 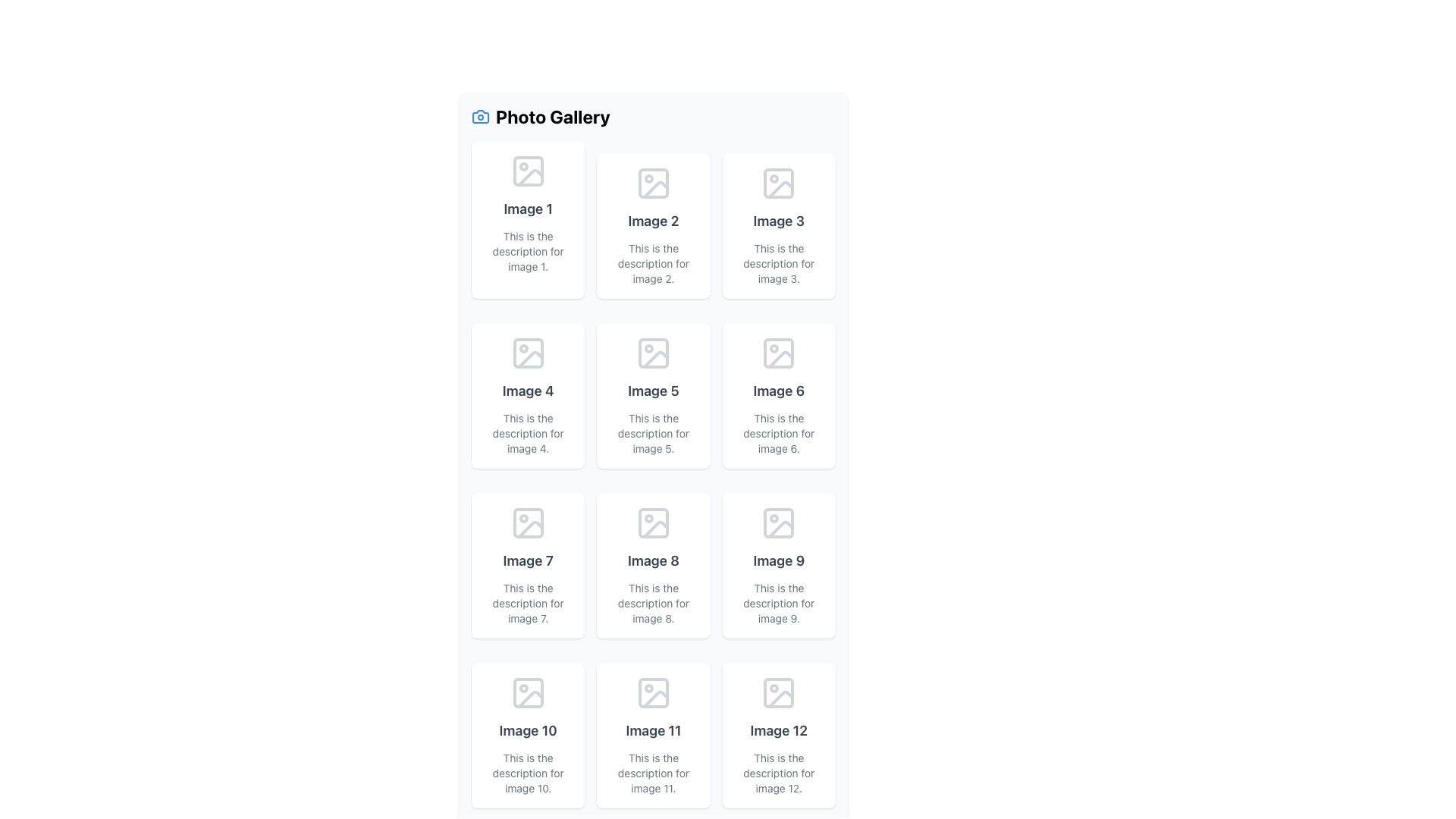 What do you see at coordinates (779, 433) in the screenshot?
I see `informative label text associated with 'Image 6' in the gallery layout, positioned beneath its title` at bounding box center [779, 433].